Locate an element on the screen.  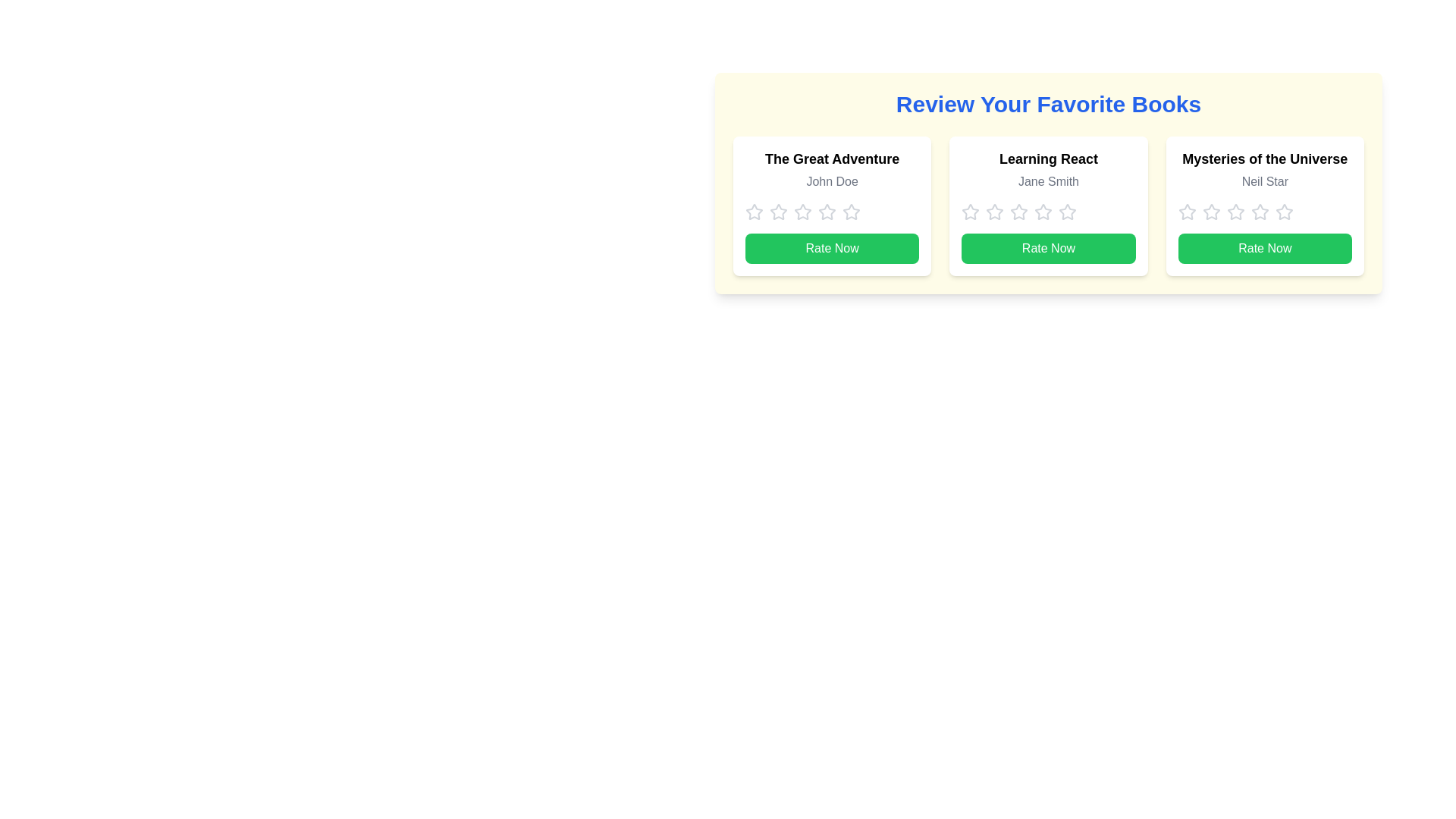
the interactive star rating system of the book titled 'Learning React' by 'Jane Smith' is located at coordinates (1047, 206).